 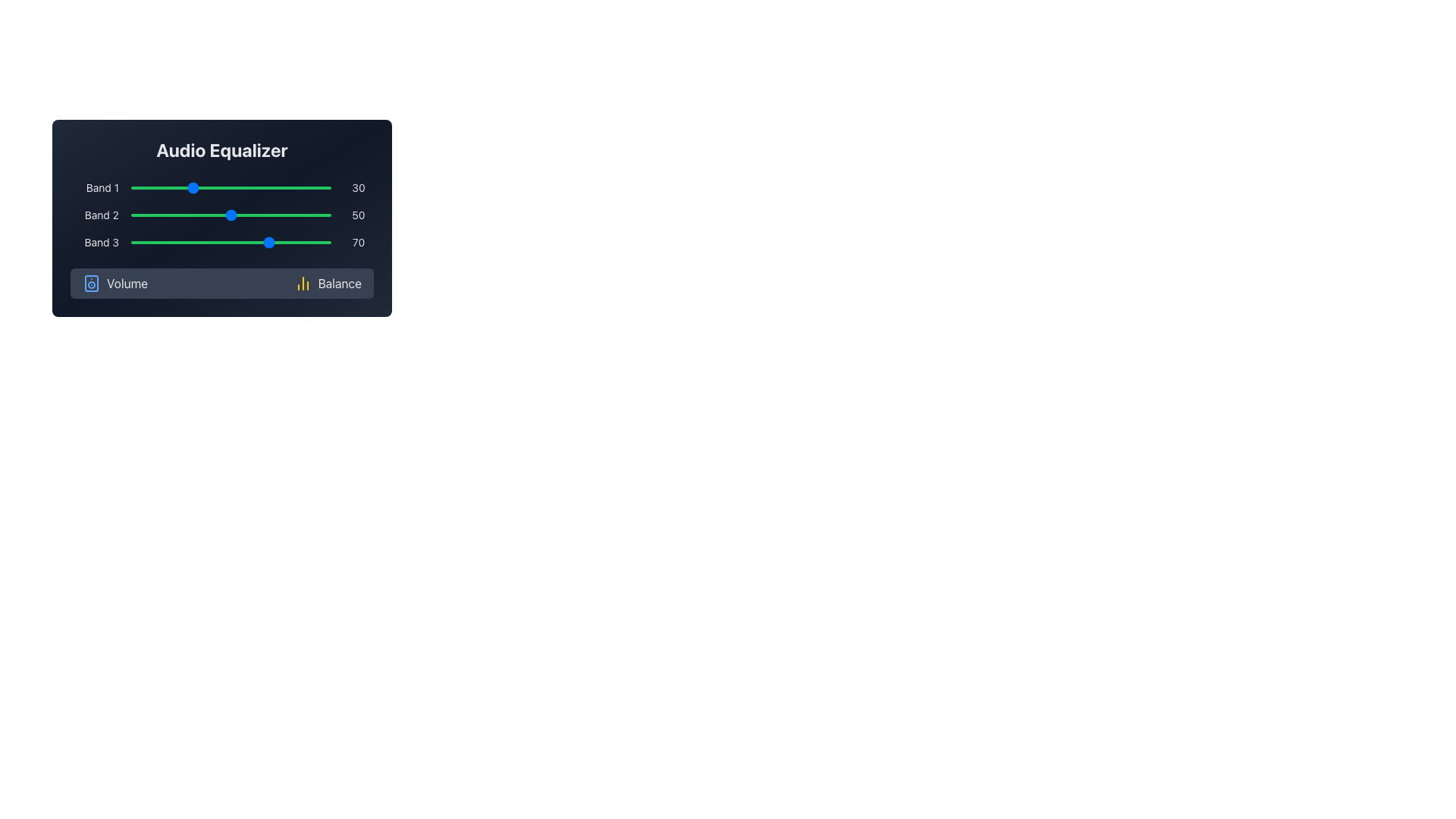 What do you see at coordinates (327, 284) in the screenshot?
I see `the 'Balance' button which has a yellow bar chart icon on the left and white text on a dark gray background` at bounding box center [327, 284].